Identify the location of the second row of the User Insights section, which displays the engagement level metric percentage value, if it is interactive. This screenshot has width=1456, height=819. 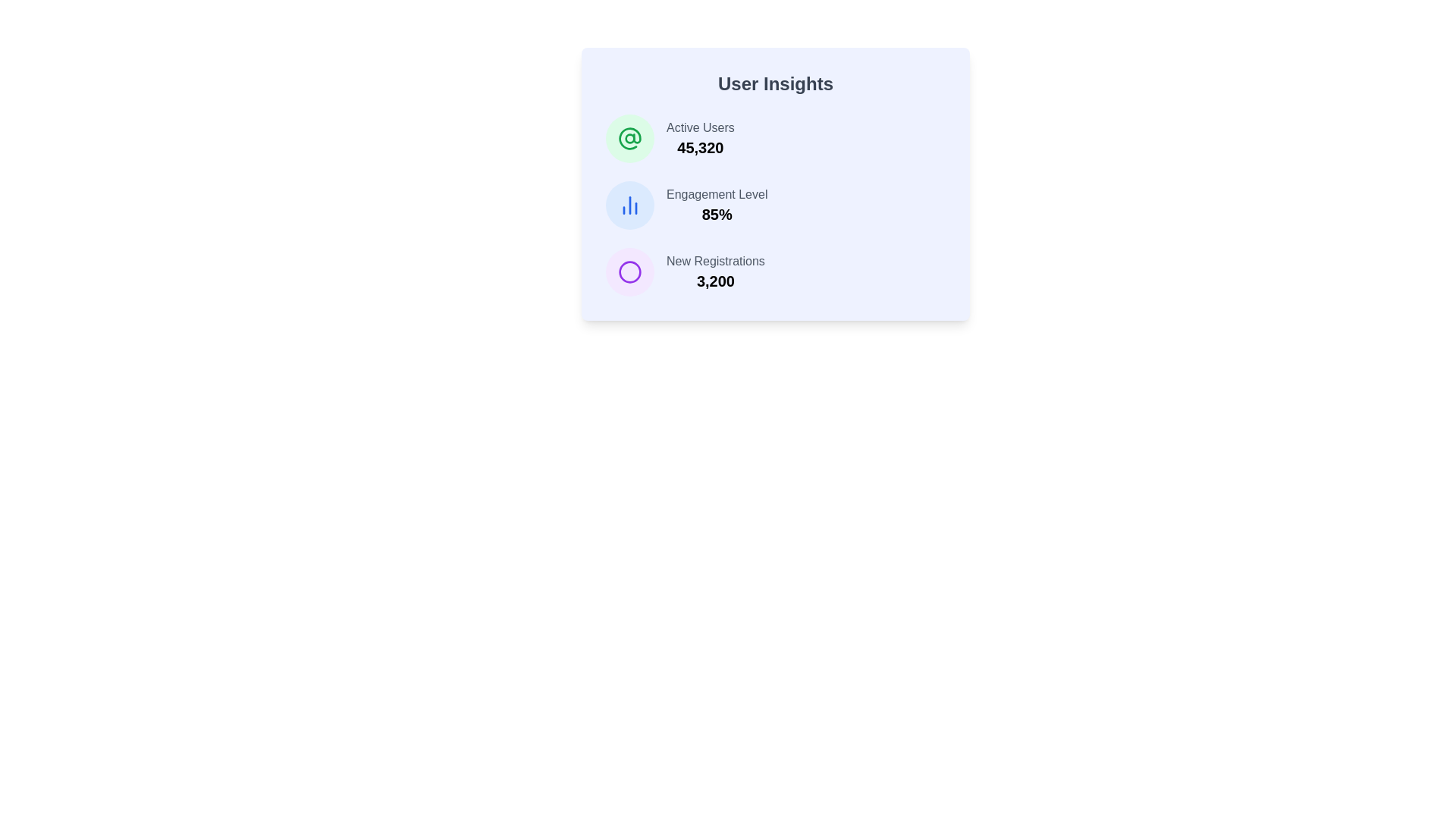
(775, 205).